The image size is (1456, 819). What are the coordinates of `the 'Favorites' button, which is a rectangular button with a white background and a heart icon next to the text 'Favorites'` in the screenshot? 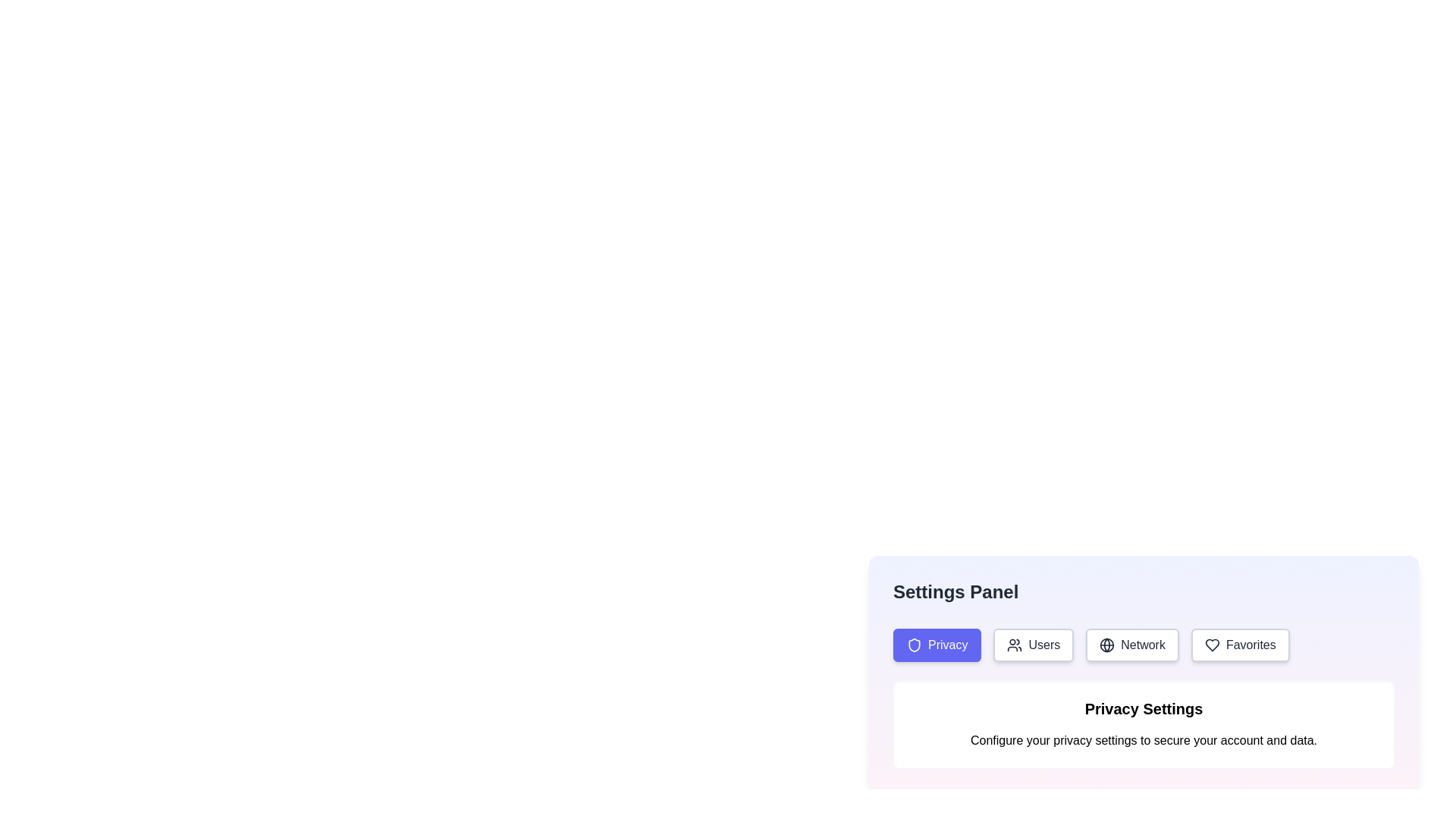 It's located at (1240, 645).